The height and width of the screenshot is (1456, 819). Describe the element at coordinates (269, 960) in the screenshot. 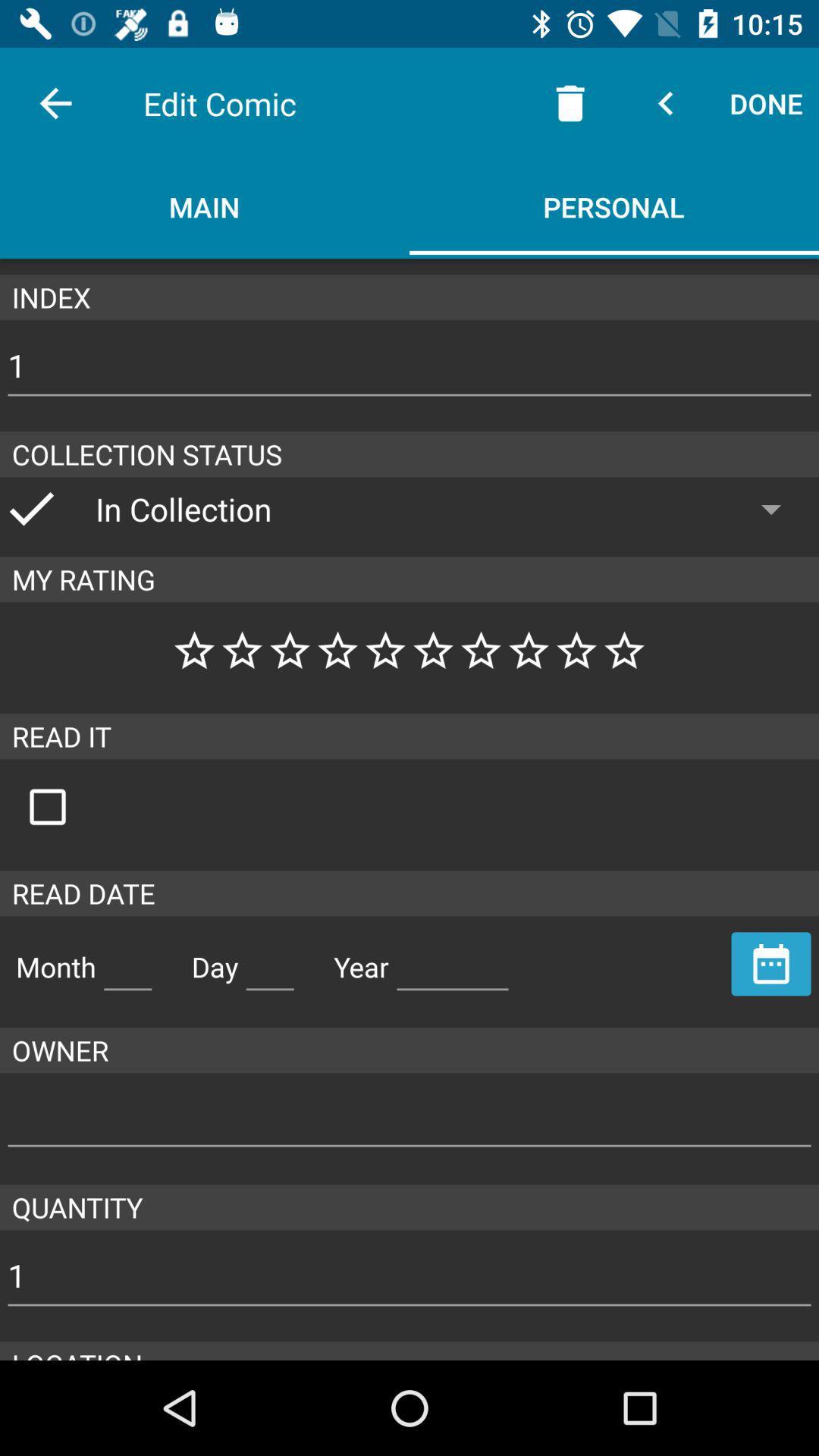

I see `allow text input` at that location.